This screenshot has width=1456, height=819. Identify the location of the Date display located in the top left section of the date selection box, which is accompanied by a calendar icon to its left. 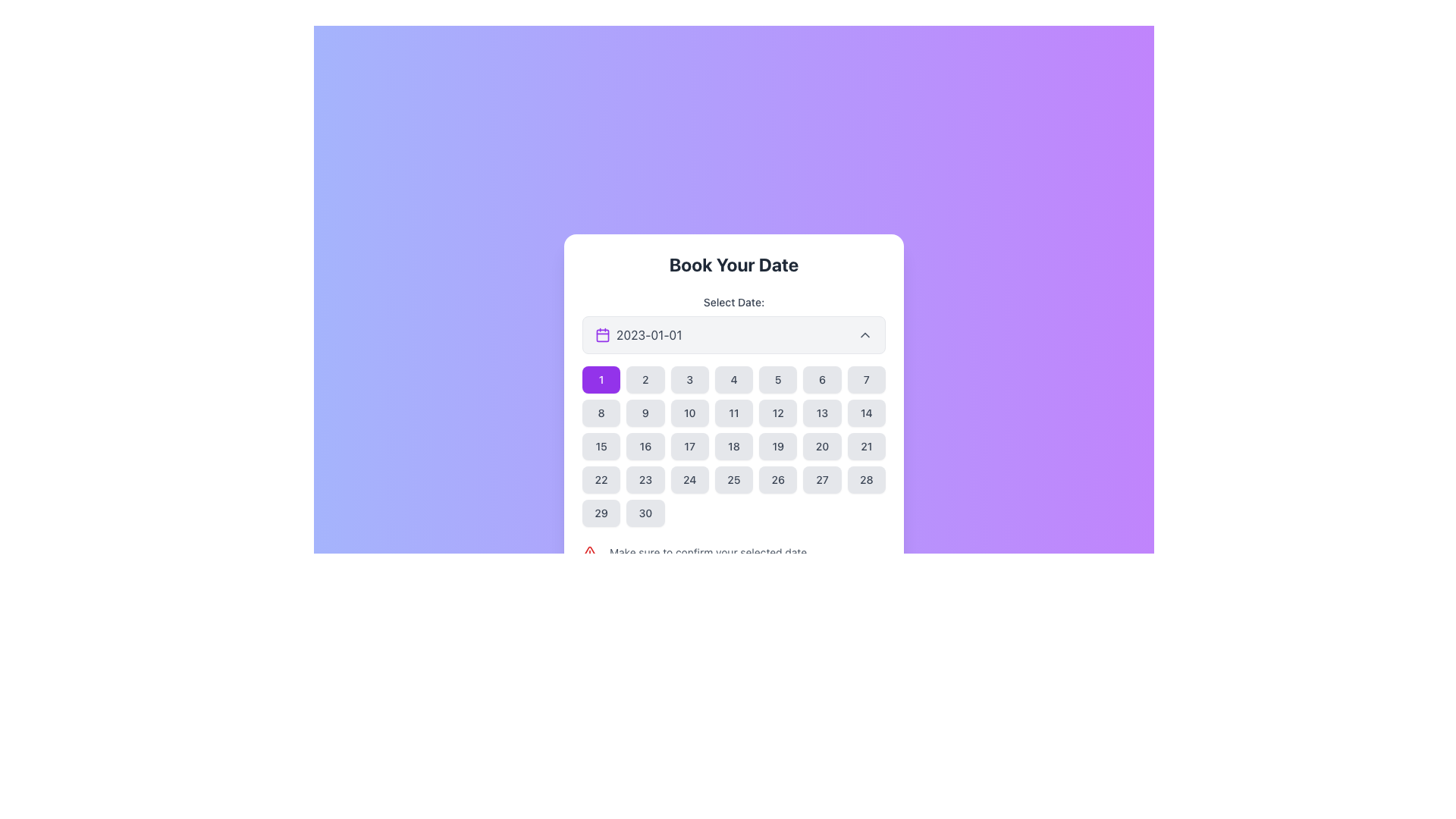
(639, 334).